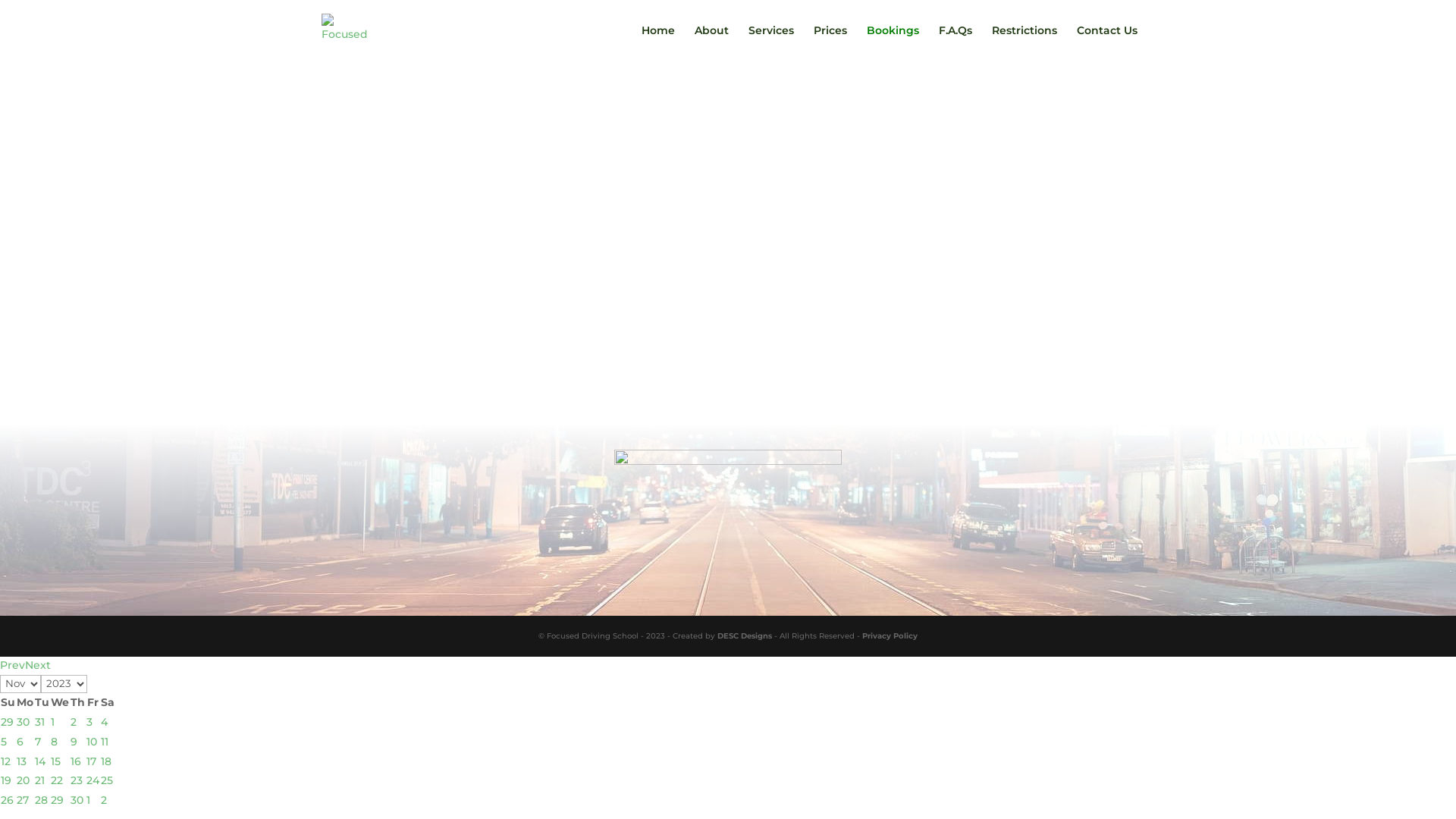 The image size is (1456, 819). I want to click on 'Home', so click(658, 42).